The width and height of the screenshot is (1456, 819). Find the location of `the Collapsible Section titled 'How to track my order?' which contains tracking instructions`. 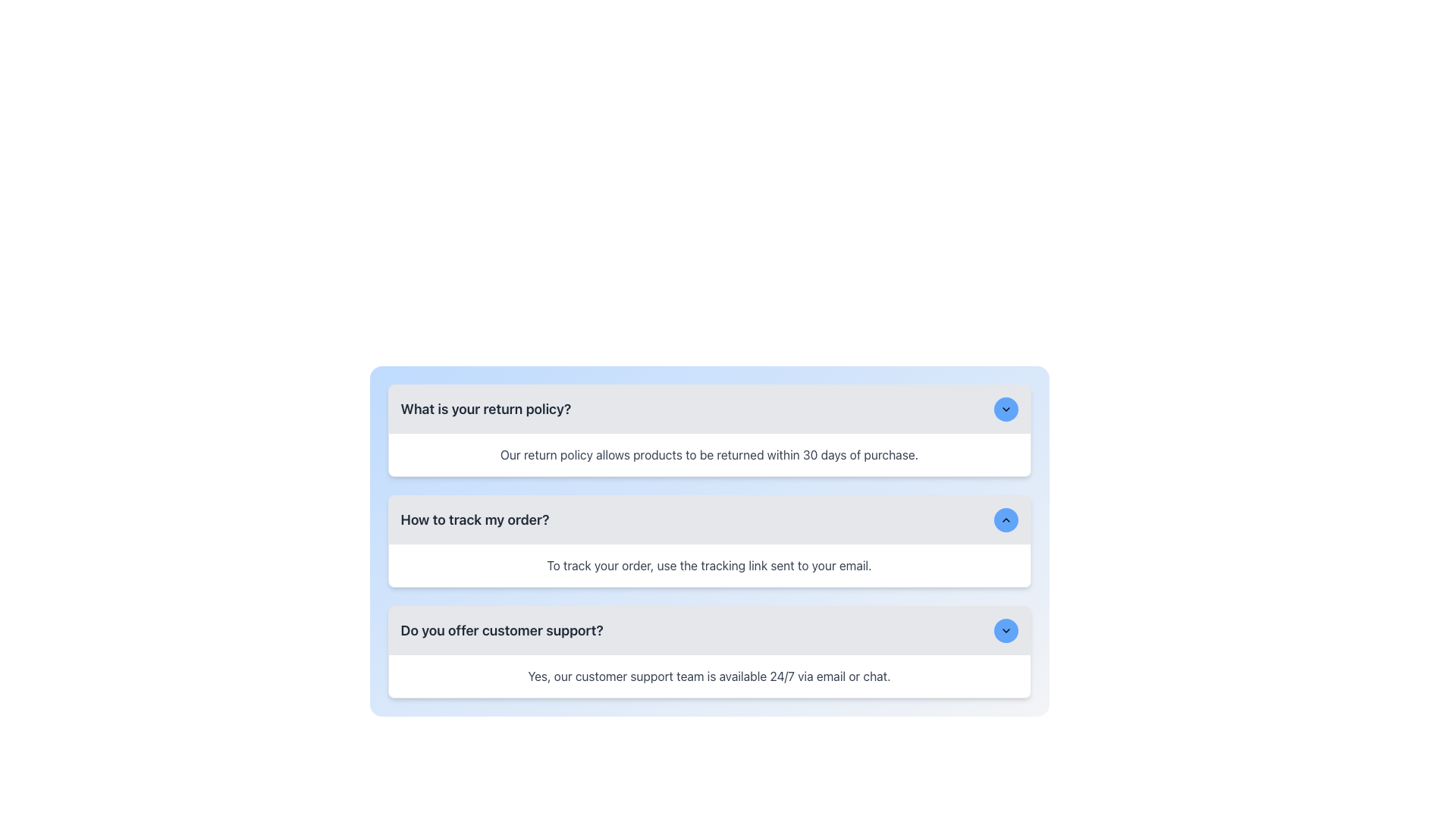

the Collapsible Section titled 'How to track my order?' which contains tracking instructions is located at coordinates (708, 540).